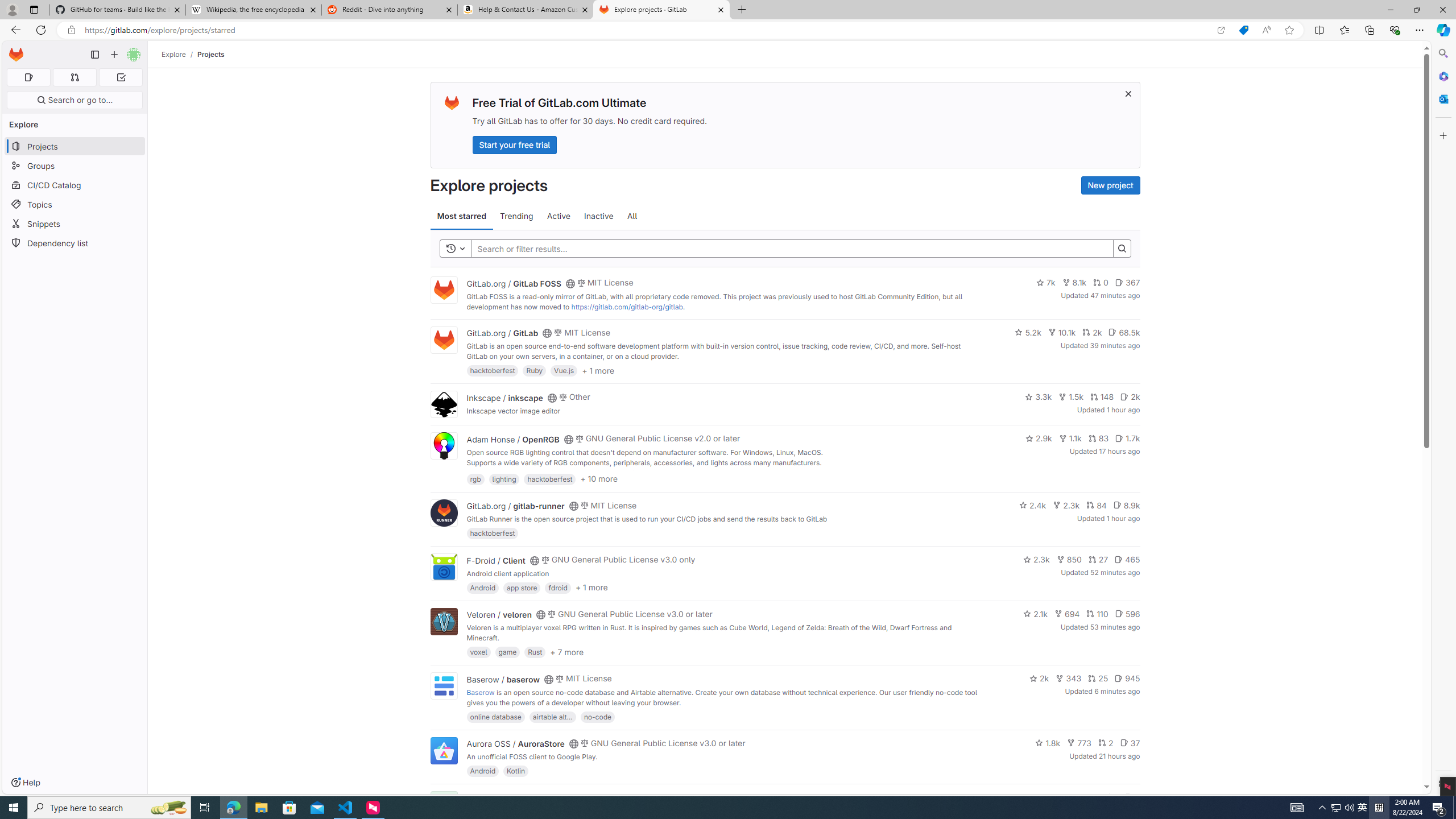  Describe the element at coordinates (475, 478) in the screenshot. I see `'rgb'` at that location.